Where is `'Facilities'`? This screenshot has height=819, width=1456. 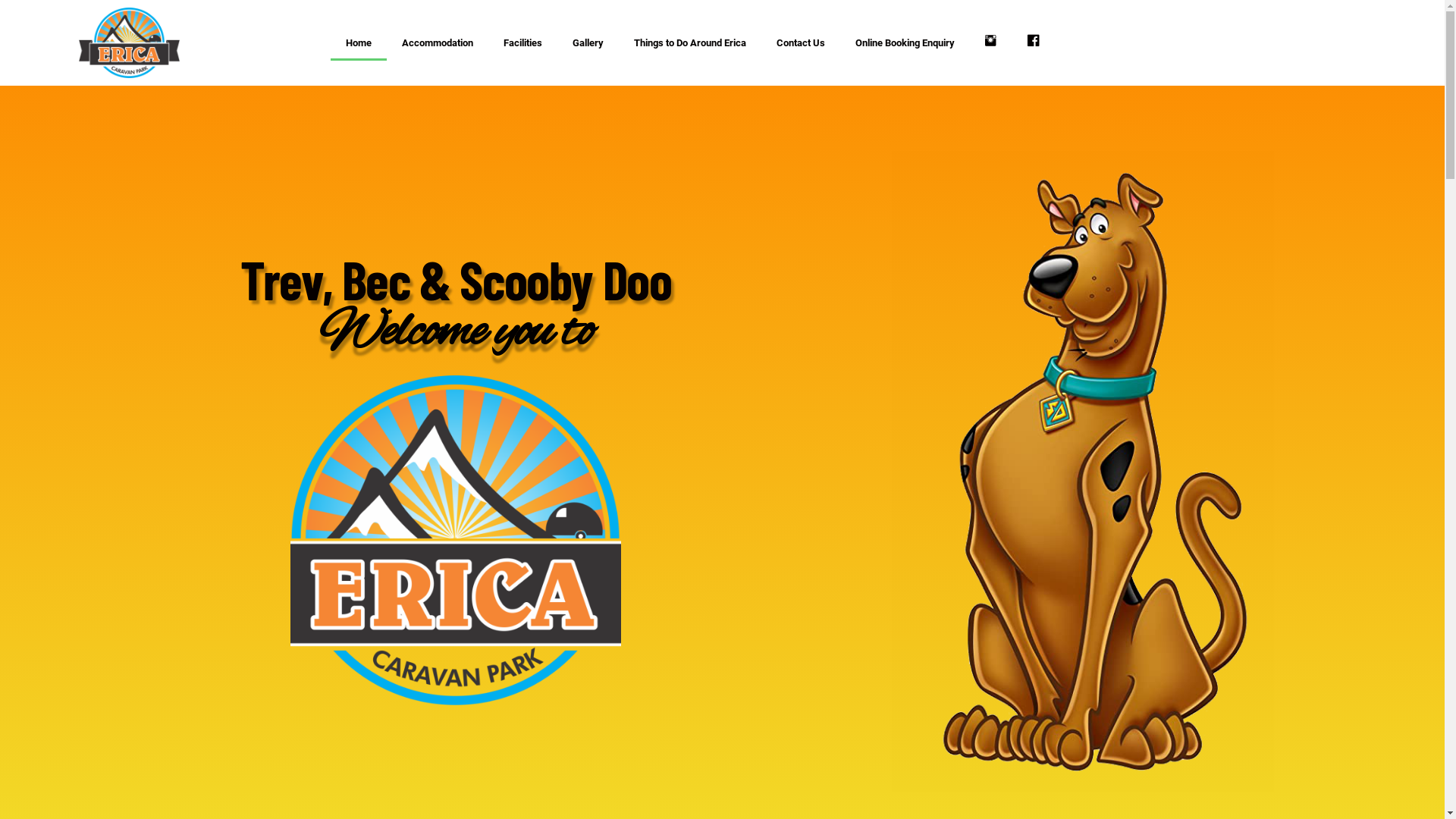
'Facilities' is located at coordinates (522, 42).